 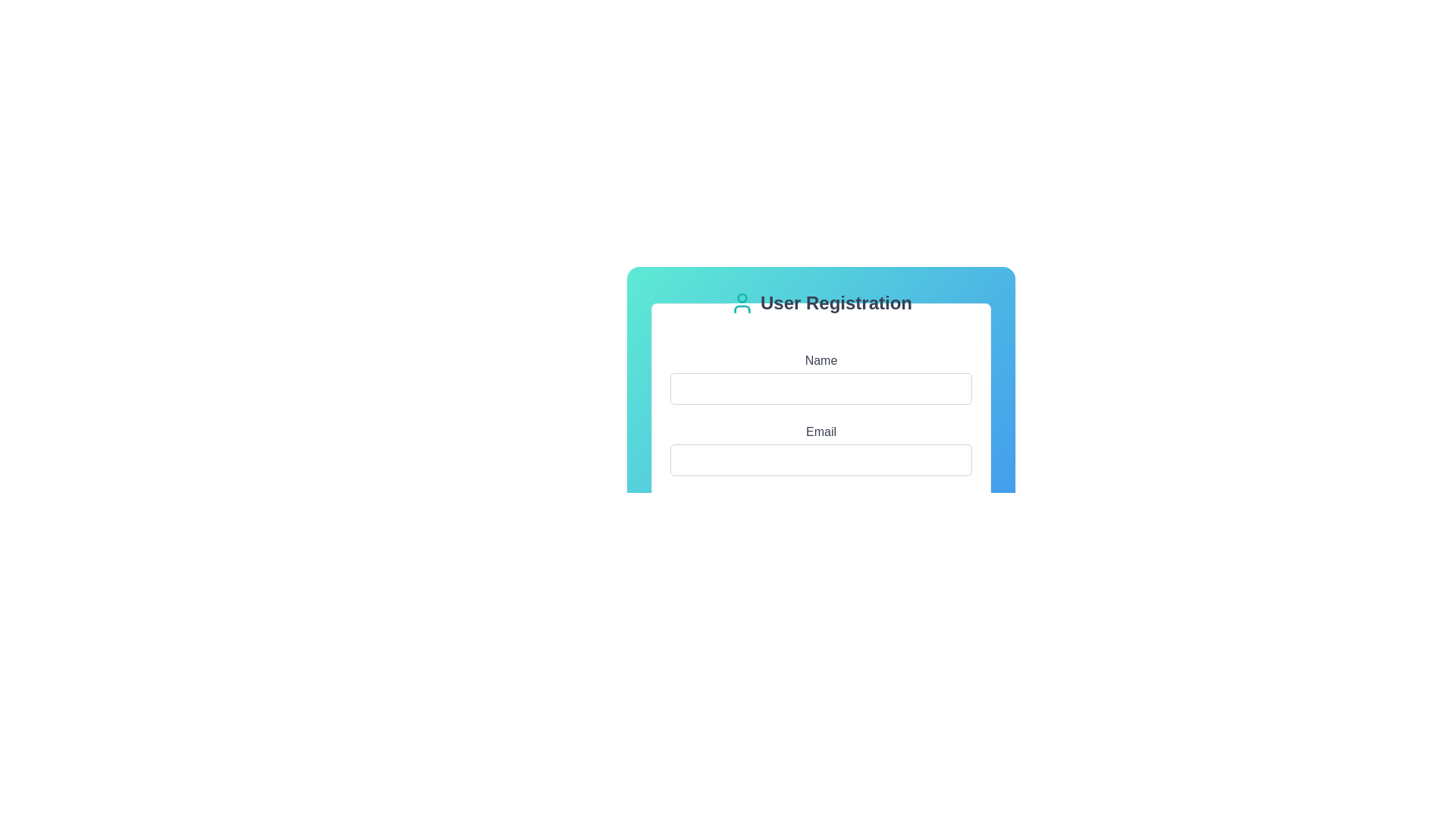 What do you see at coordinates (821, 432) in the screenshot?
I see `the label for the email input field` at bounding box center [821, 432].